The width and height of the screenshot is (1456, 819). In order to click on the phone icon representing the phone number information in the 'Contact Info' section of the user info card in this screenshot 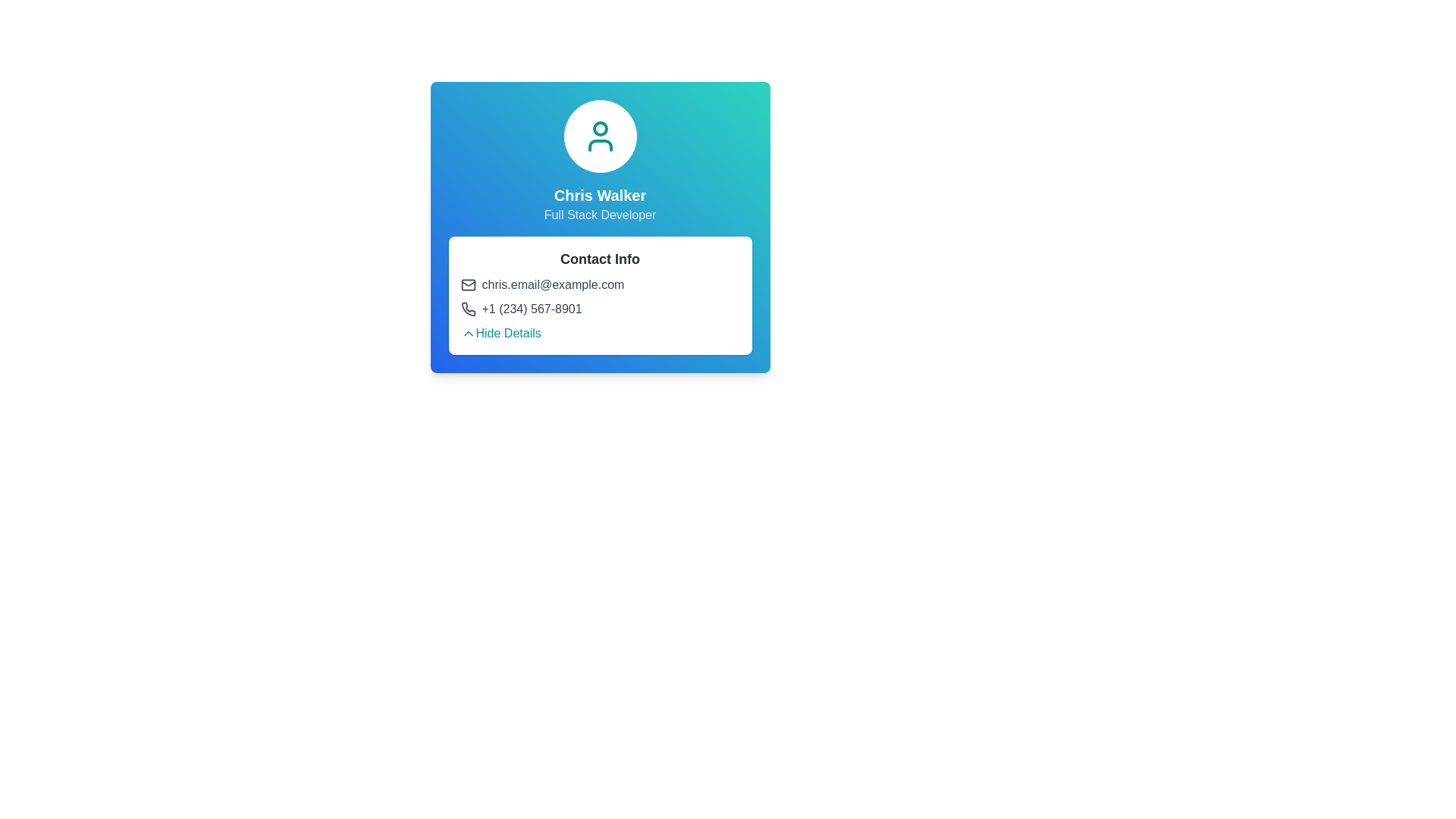, I will do `click(467, 309)`.